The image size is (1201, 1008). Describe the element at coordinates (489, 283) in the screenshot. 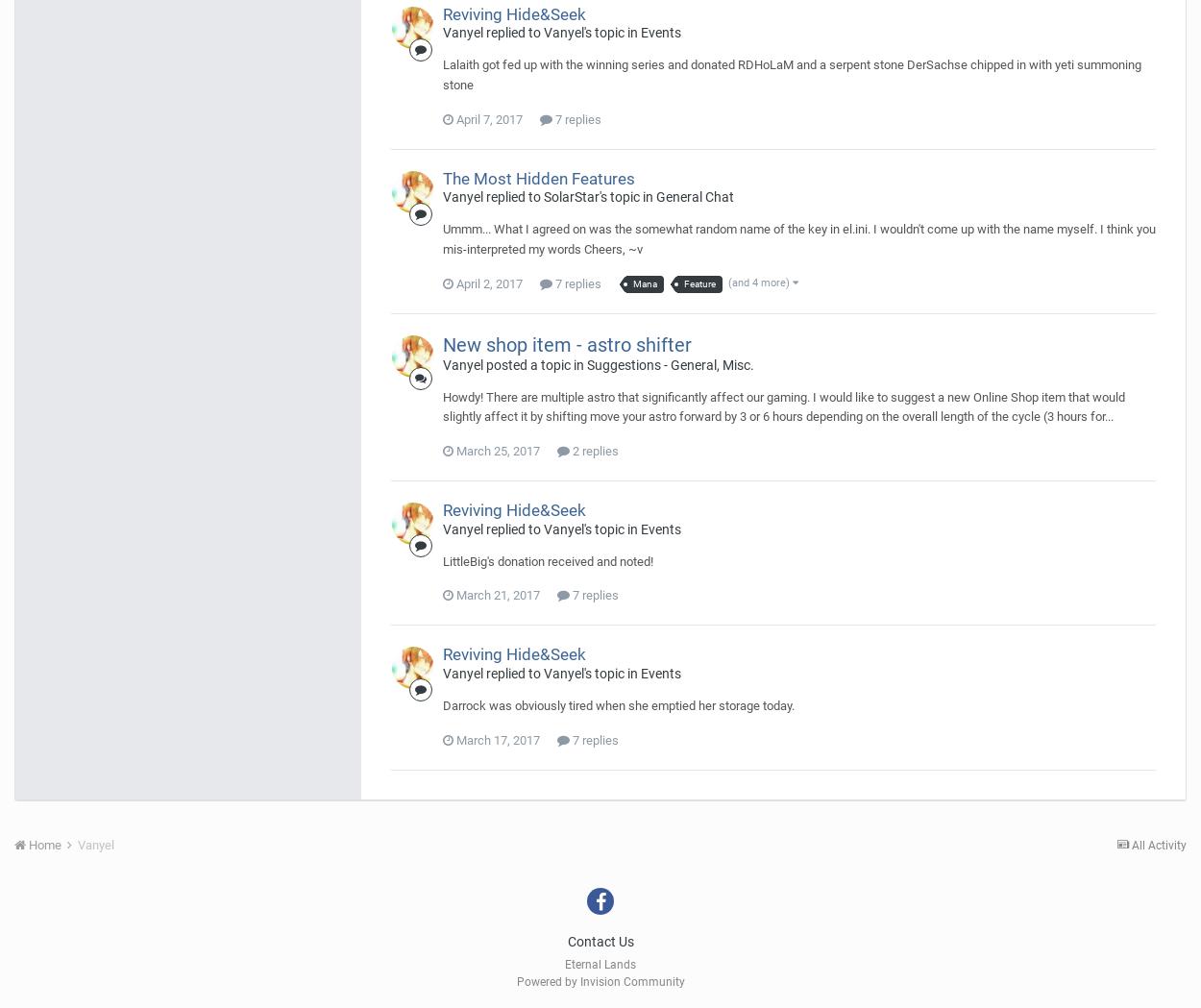

I see `'April 2, 2017'` at that location.